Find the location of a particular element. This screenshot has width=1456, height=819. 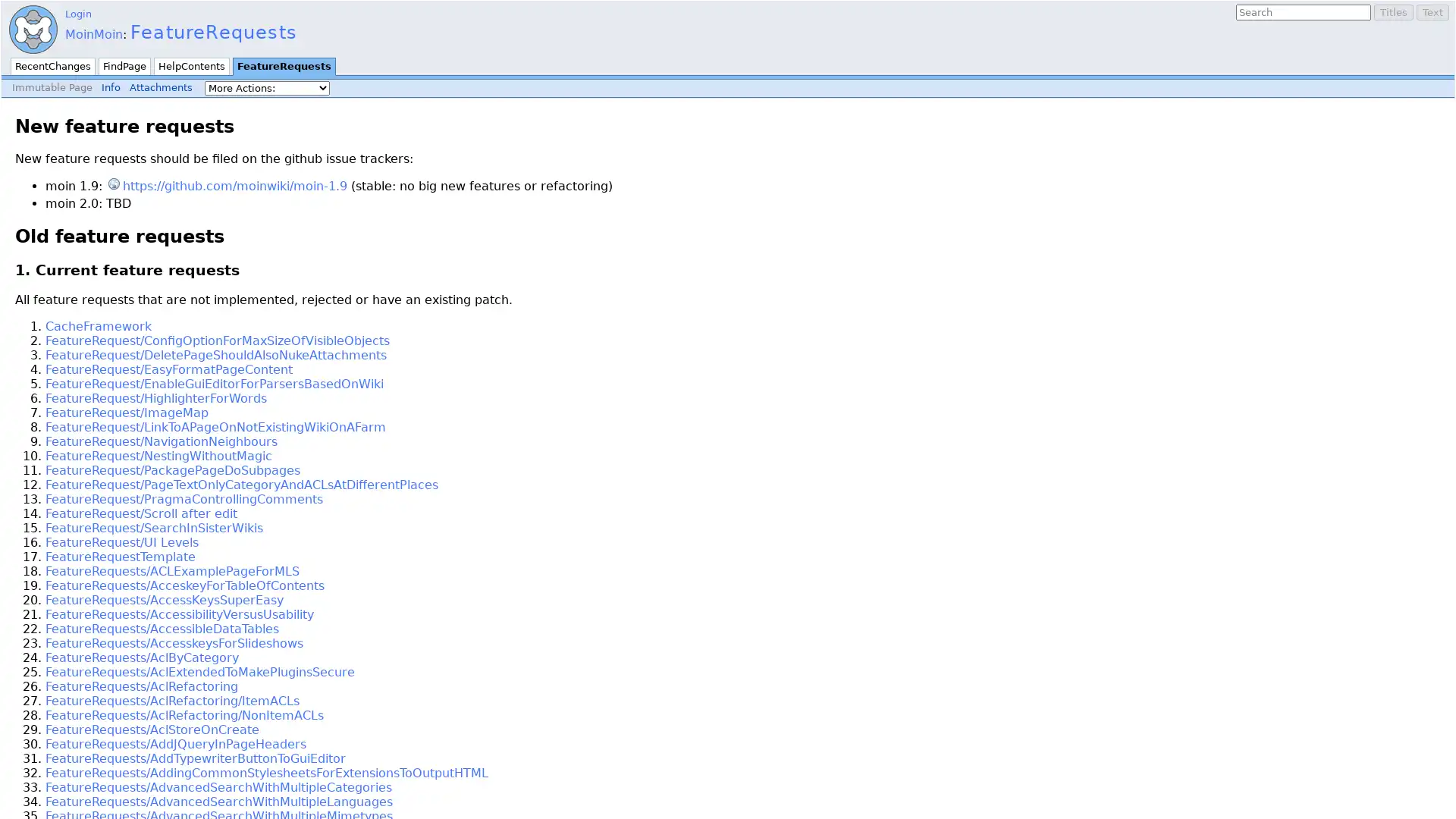

Titles is located at coordinates (1394, 12).